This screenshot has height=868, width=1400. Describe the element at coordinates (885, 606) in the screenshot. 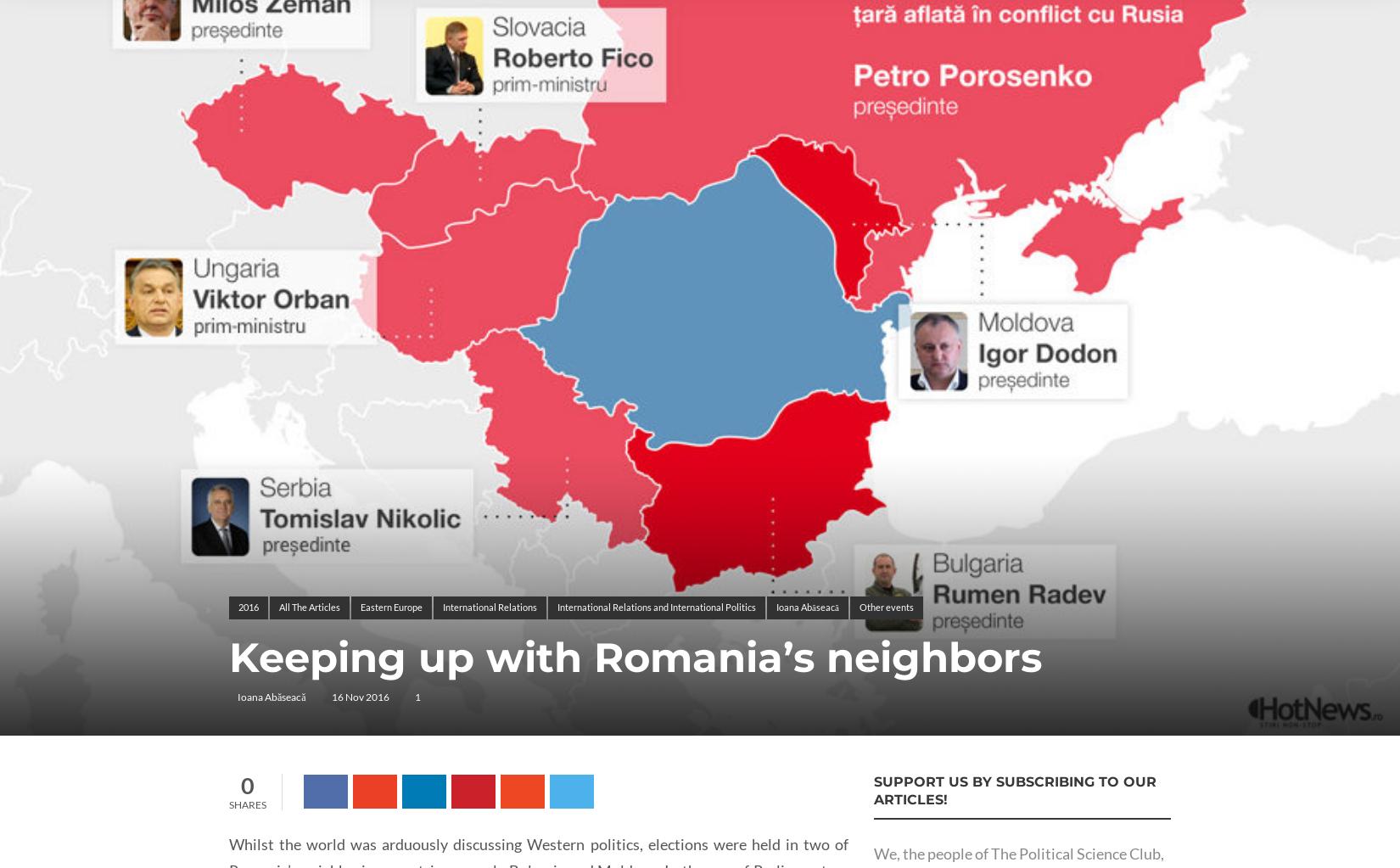

I see `'Other events'` at that location.